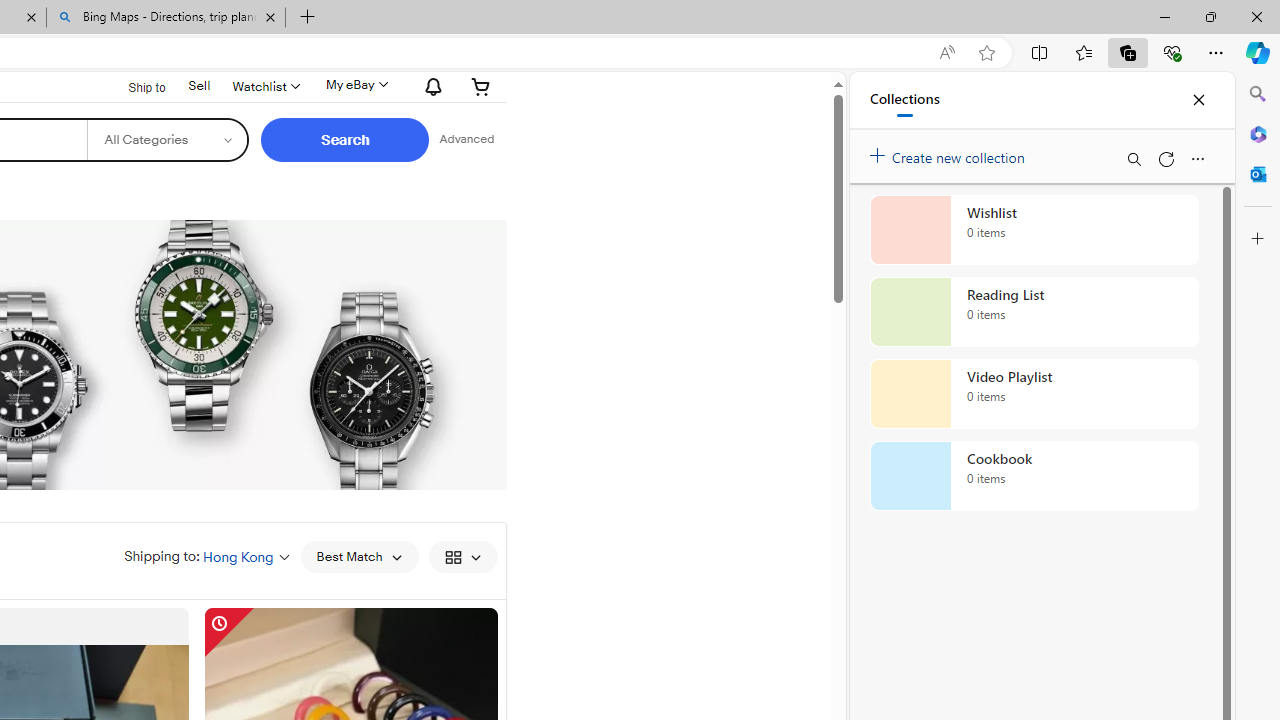 The image size is (1280, 720). Describe the element at coordinates (1257, 173) in the screenshot. I see `'Outlook'` at that location.